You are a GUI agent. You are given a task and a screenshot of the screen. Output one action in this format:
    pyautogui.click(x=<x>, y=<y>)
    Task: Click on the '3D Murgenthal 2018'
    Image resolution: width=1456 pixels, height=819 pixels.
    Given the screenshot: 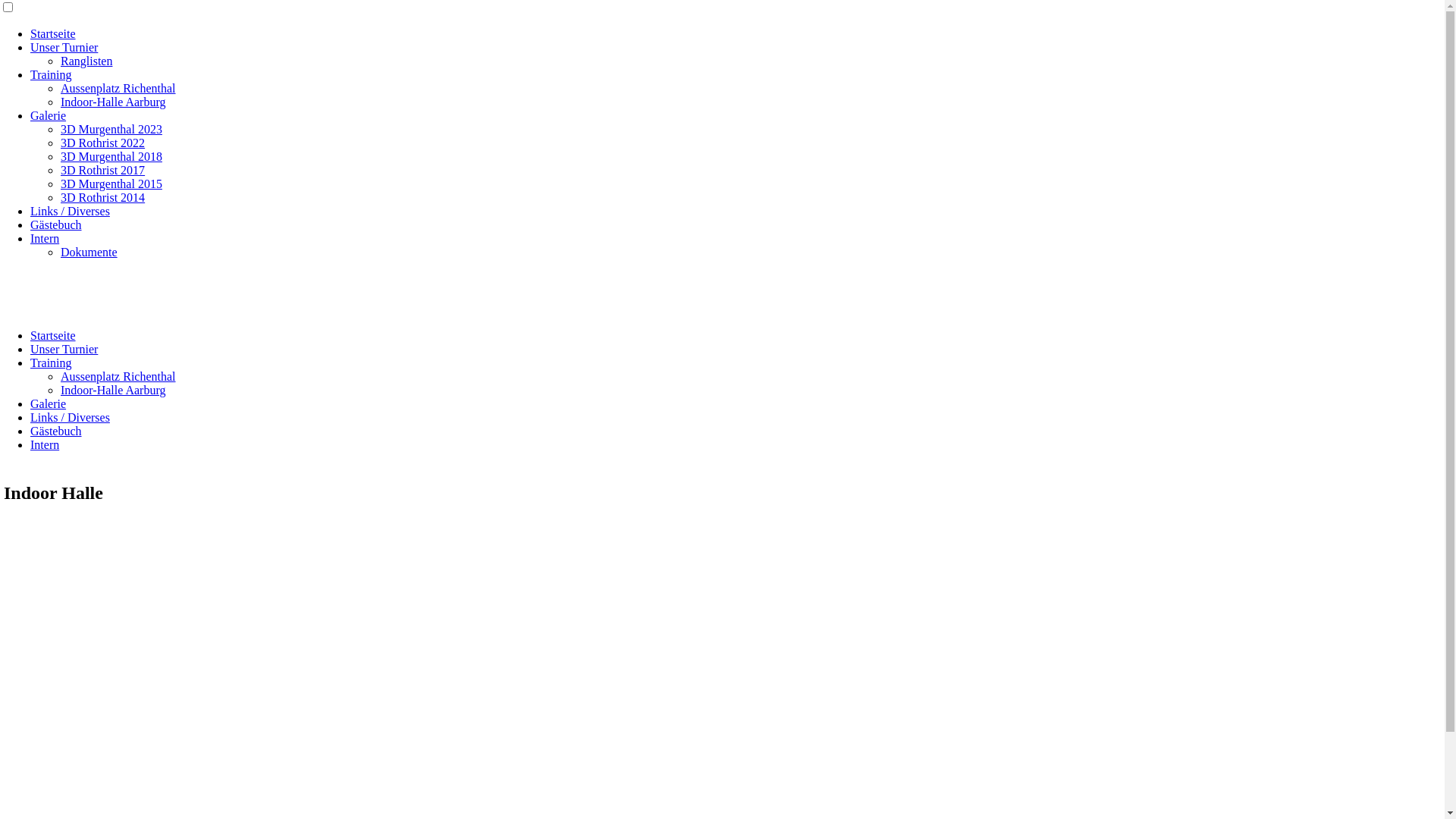 What is the action you would take?
    pyautogui.click(x=111, y=156)
    